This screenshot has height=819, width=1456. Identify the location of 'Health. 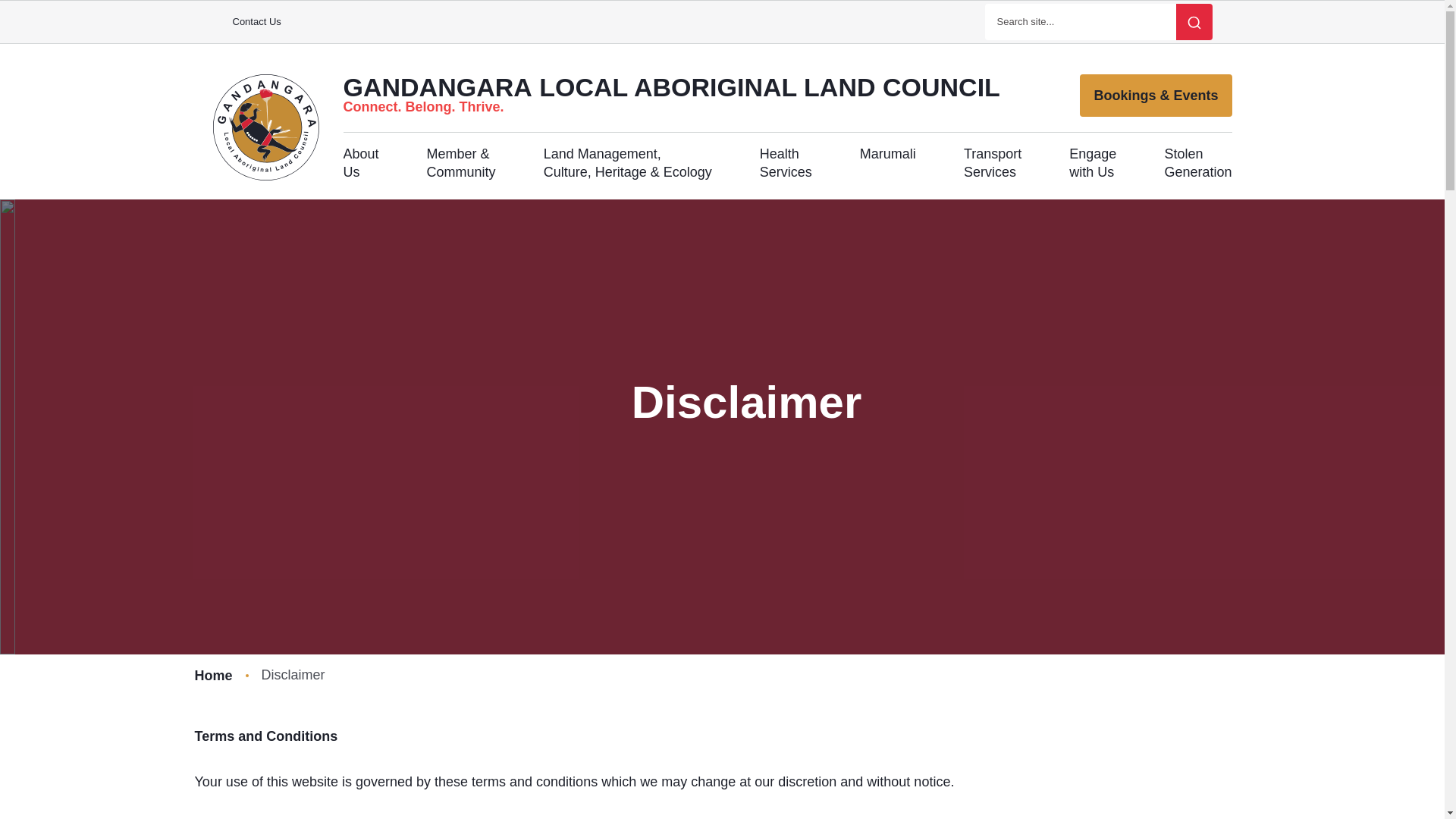
(786, 163).